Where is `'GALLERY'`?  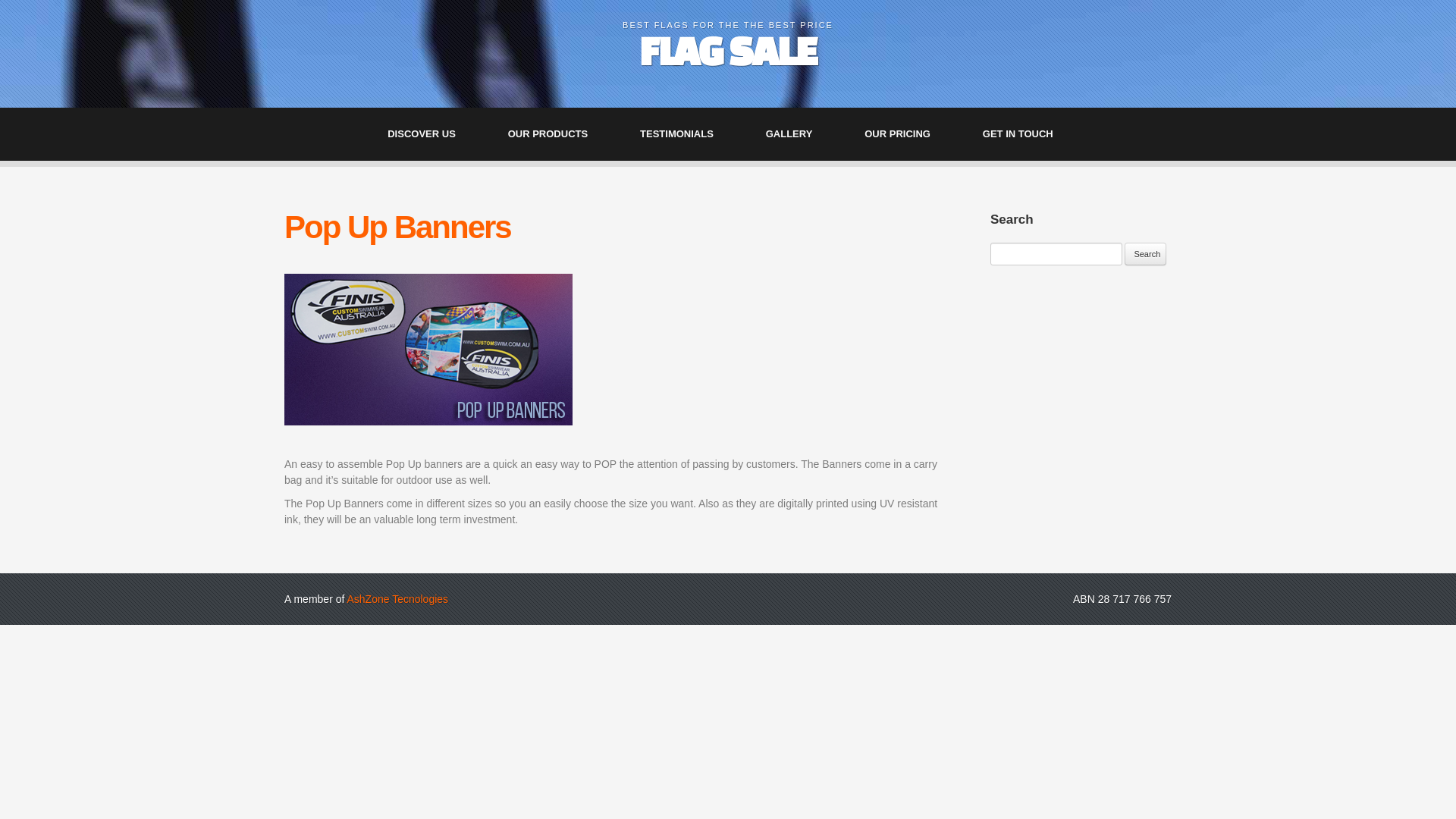 'GALLERY' is located at coordinates (796, 133).